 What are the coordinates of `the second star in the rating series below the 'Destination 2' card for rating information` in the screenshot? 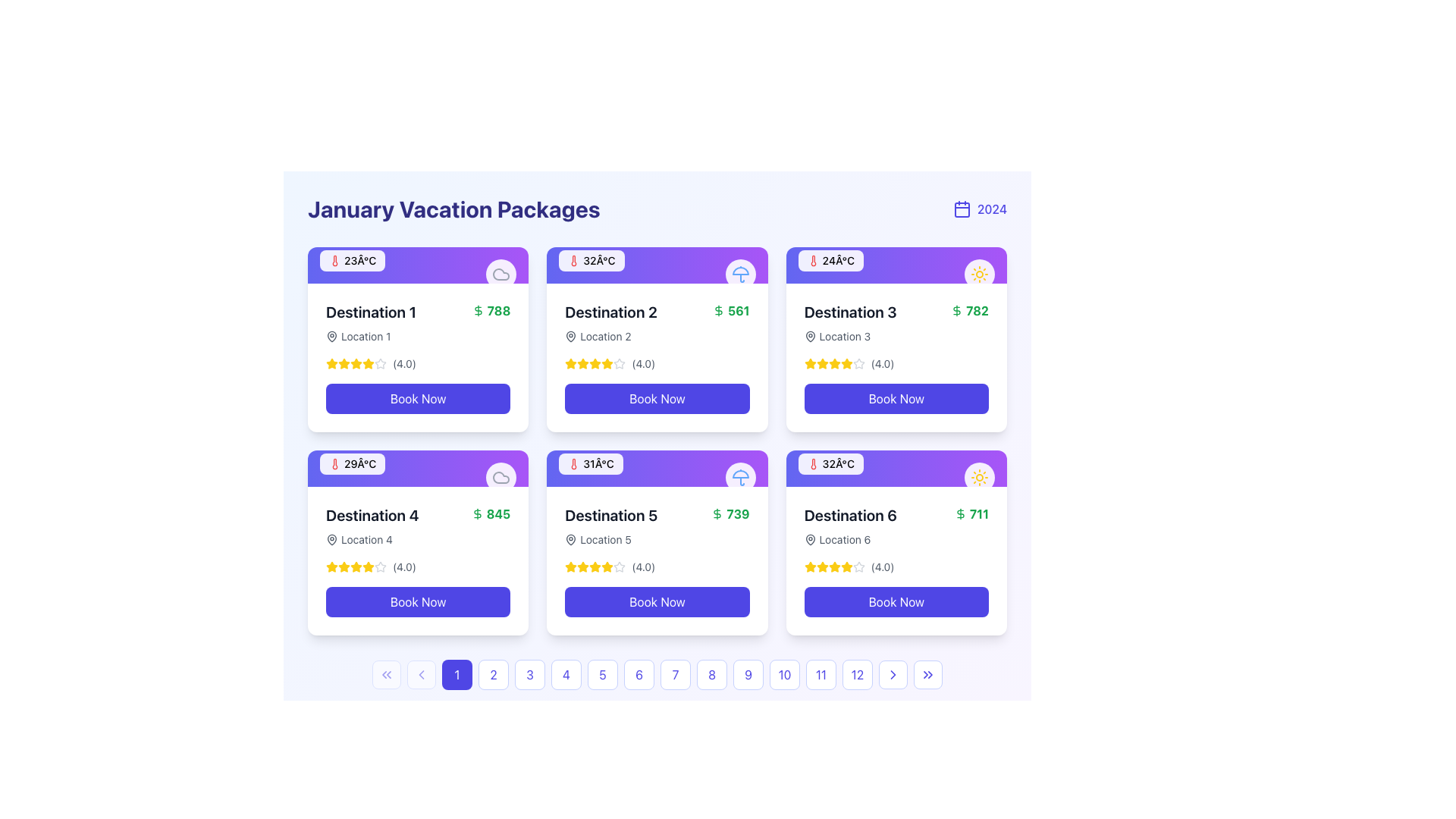 It's located at (607, 363).